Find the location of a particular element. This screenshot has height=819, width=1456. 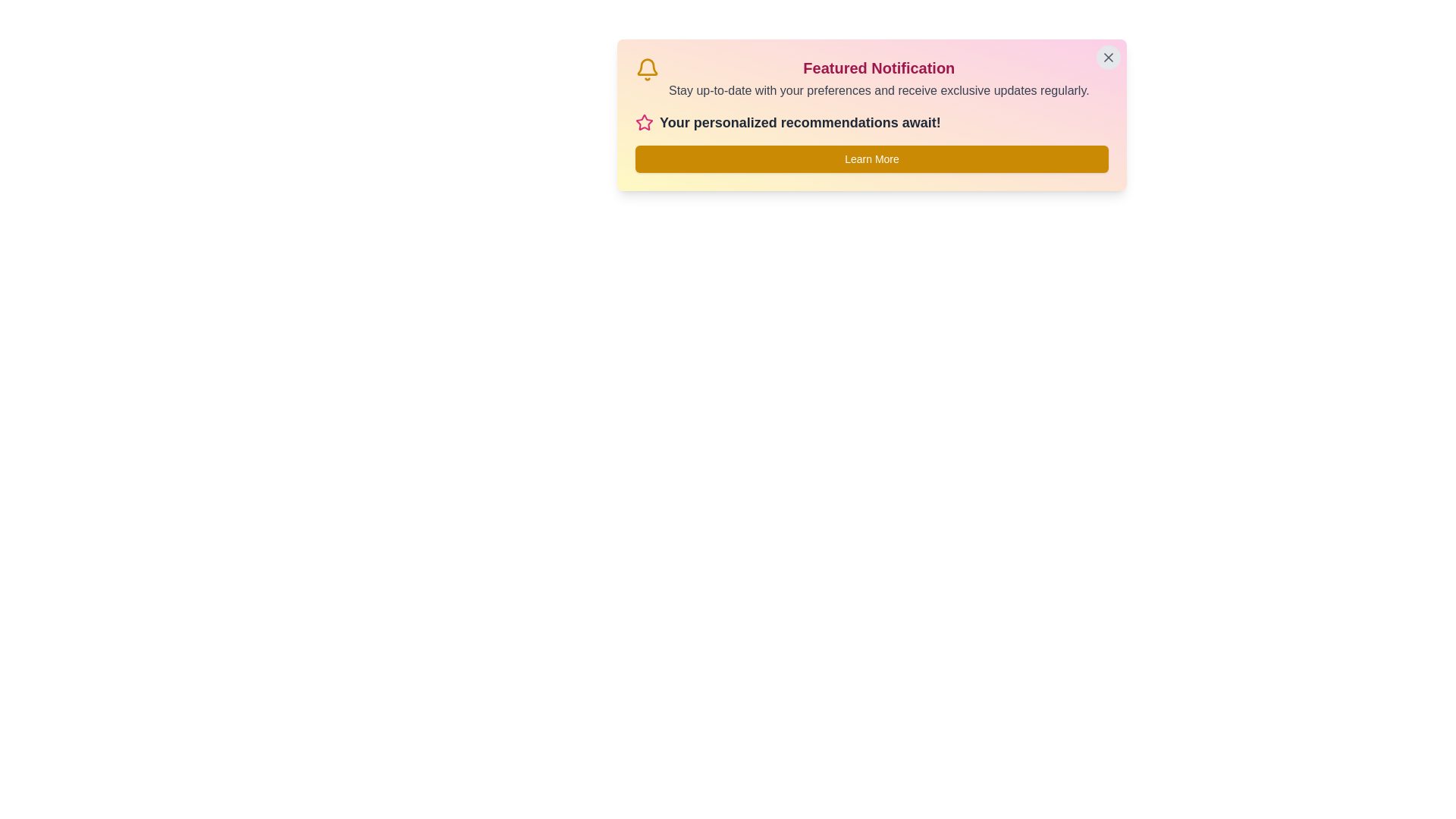

the notification icon to view further information is located at coordinates (648, 70).